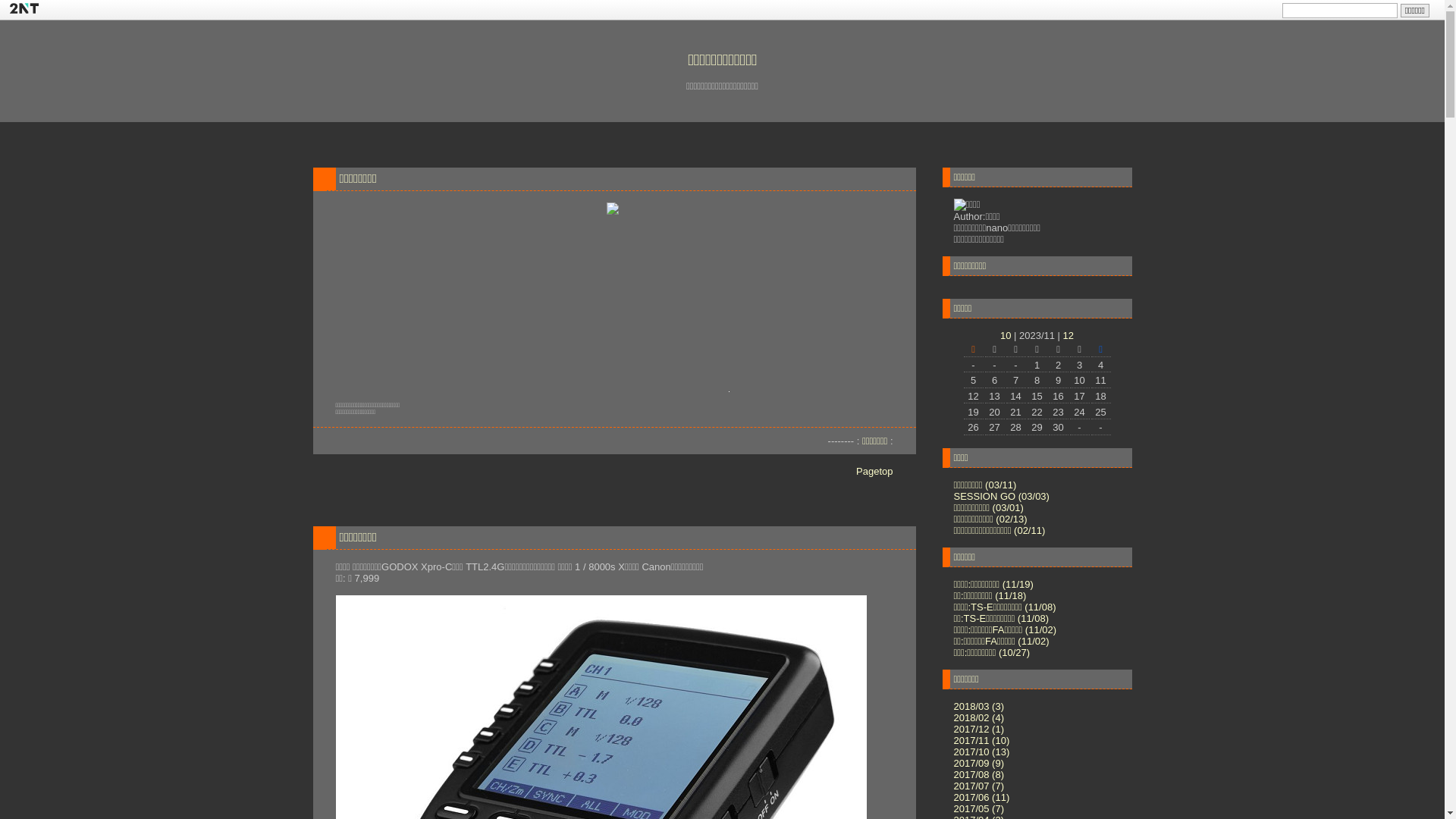  Describe the element at coordinates (1005, 334) in the screenshot. I see `'10'` at that location.